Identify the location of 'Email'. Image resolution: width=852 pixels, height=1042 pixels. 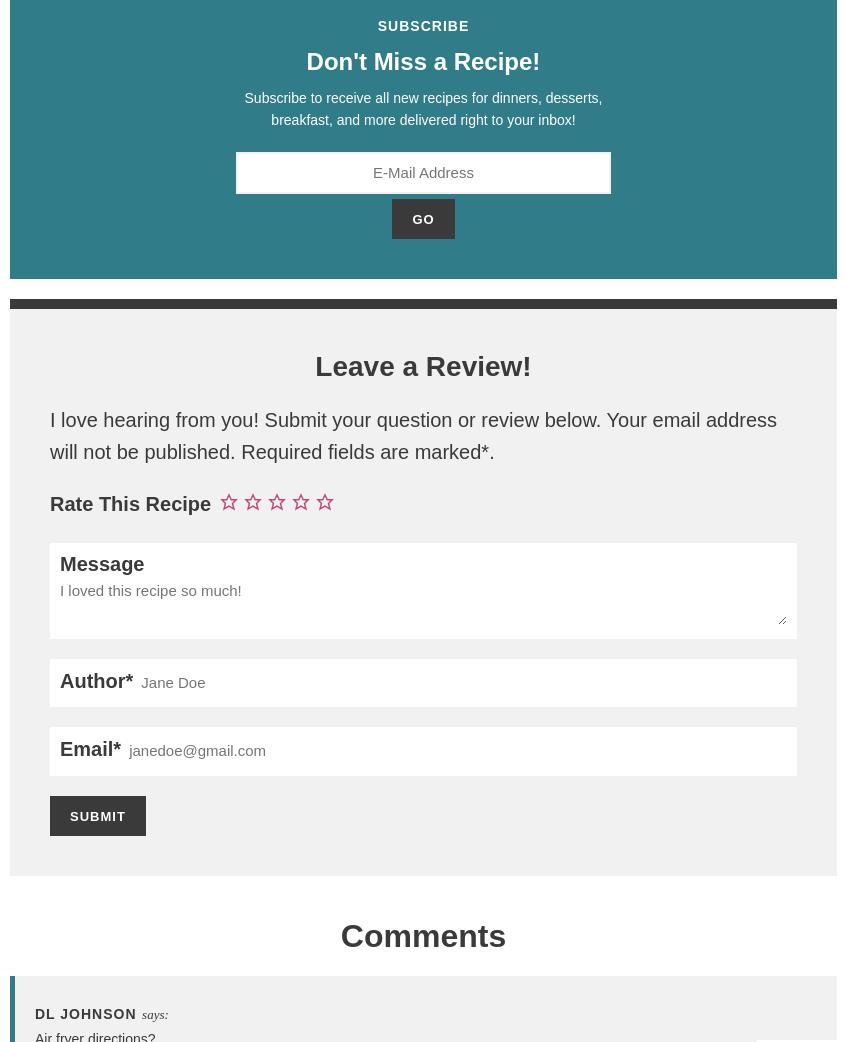
(85, 747).